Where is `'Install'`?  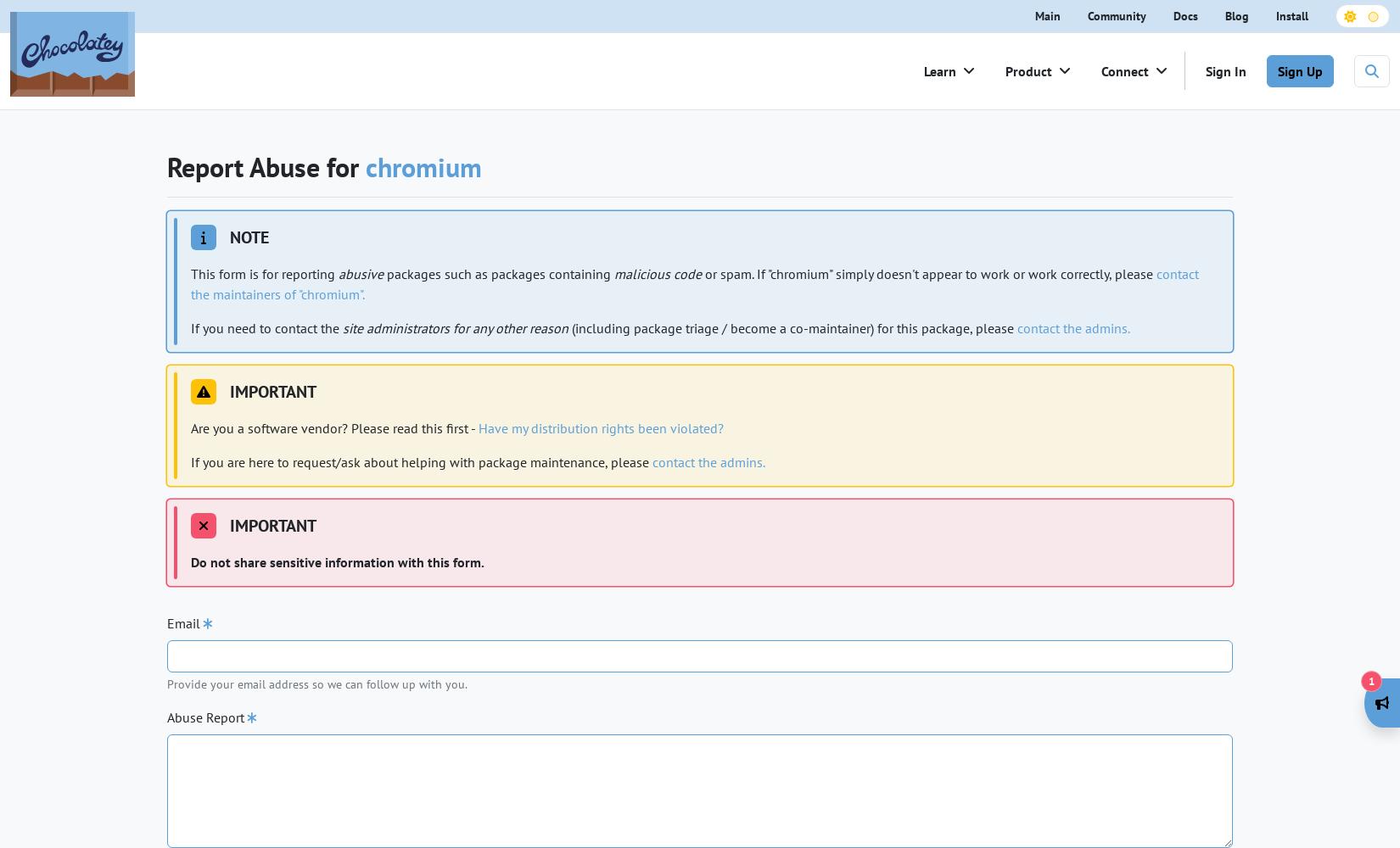
'Install' is located at coordinates (1291, 15).